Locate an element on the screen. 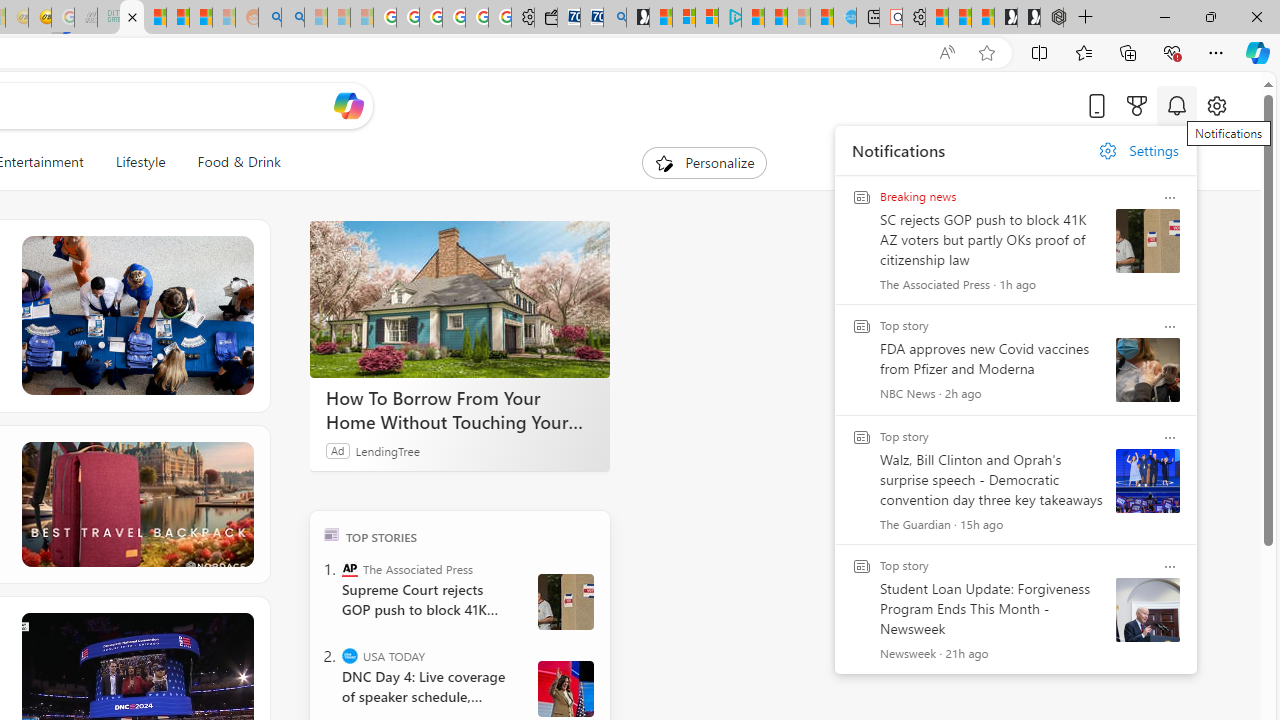 This screenshot has width=1280, height=720. 'Play Free Online Games | Games from Microsoft Start' is located at coordinates (1029, 17).